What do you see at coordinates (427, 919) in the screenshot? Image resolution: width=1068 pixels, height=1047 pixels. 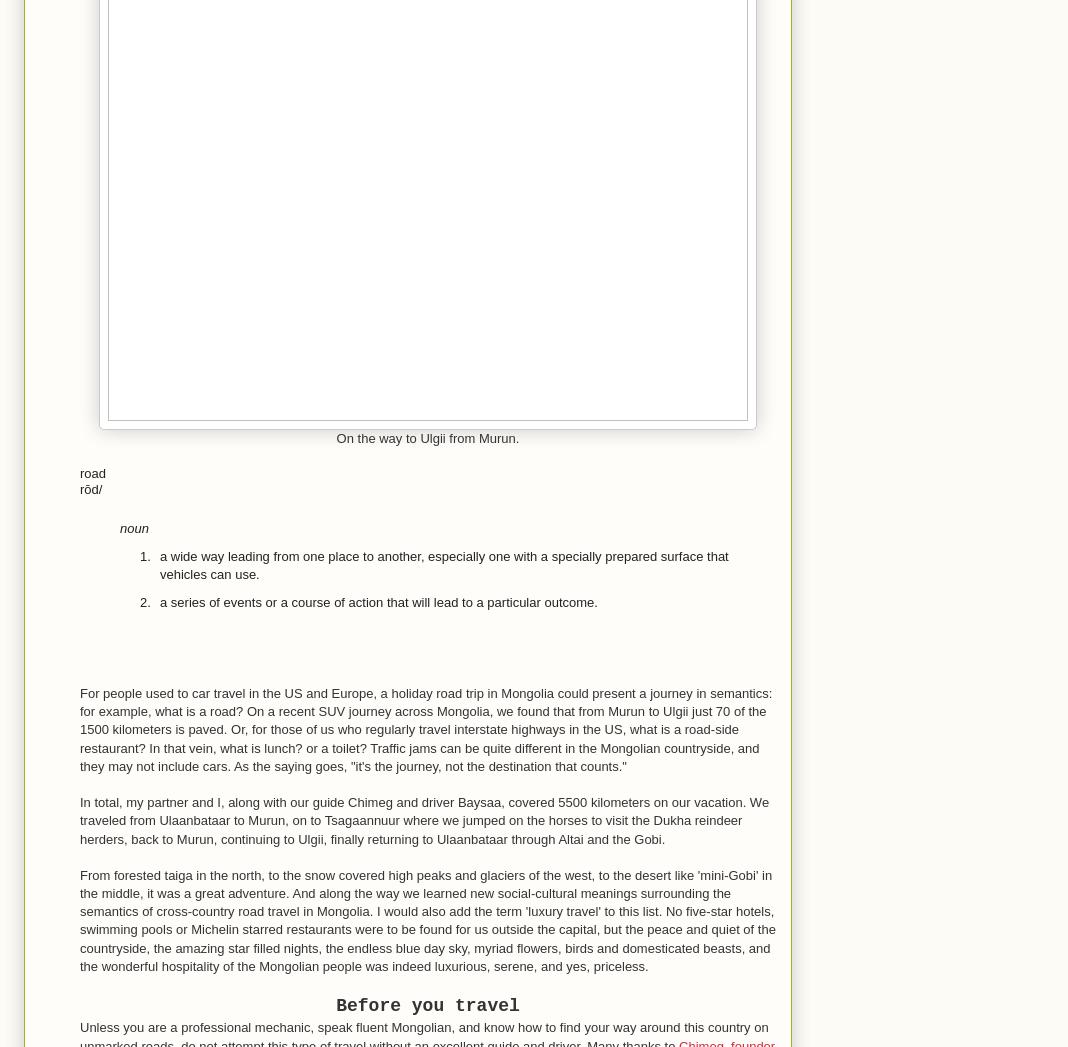 I see `'From forested taiga in the north, to the snow covered high peaks and glaciers of the west, to the desert like 'mini-Gobi' in the middle, it was a great adventure. And along the way we learned new social-cultural meanings surrounding the semantics of cross-country road travel in Mongolia. I would also add the term 'luxury travel' to this list. No five-star hotels, swimming pools or Michelin starred restaurants were to be found for us outside the capital, but the peace and quiet of the countryside, the amazing star filled nights, the endless blue day sky, myriad flowers, birds and domesticated beasts, and the wonderful hospitality of the Mongolian people was indeed luxurious, serene, and yes, priceless.'` at bounding box center [427, 919].